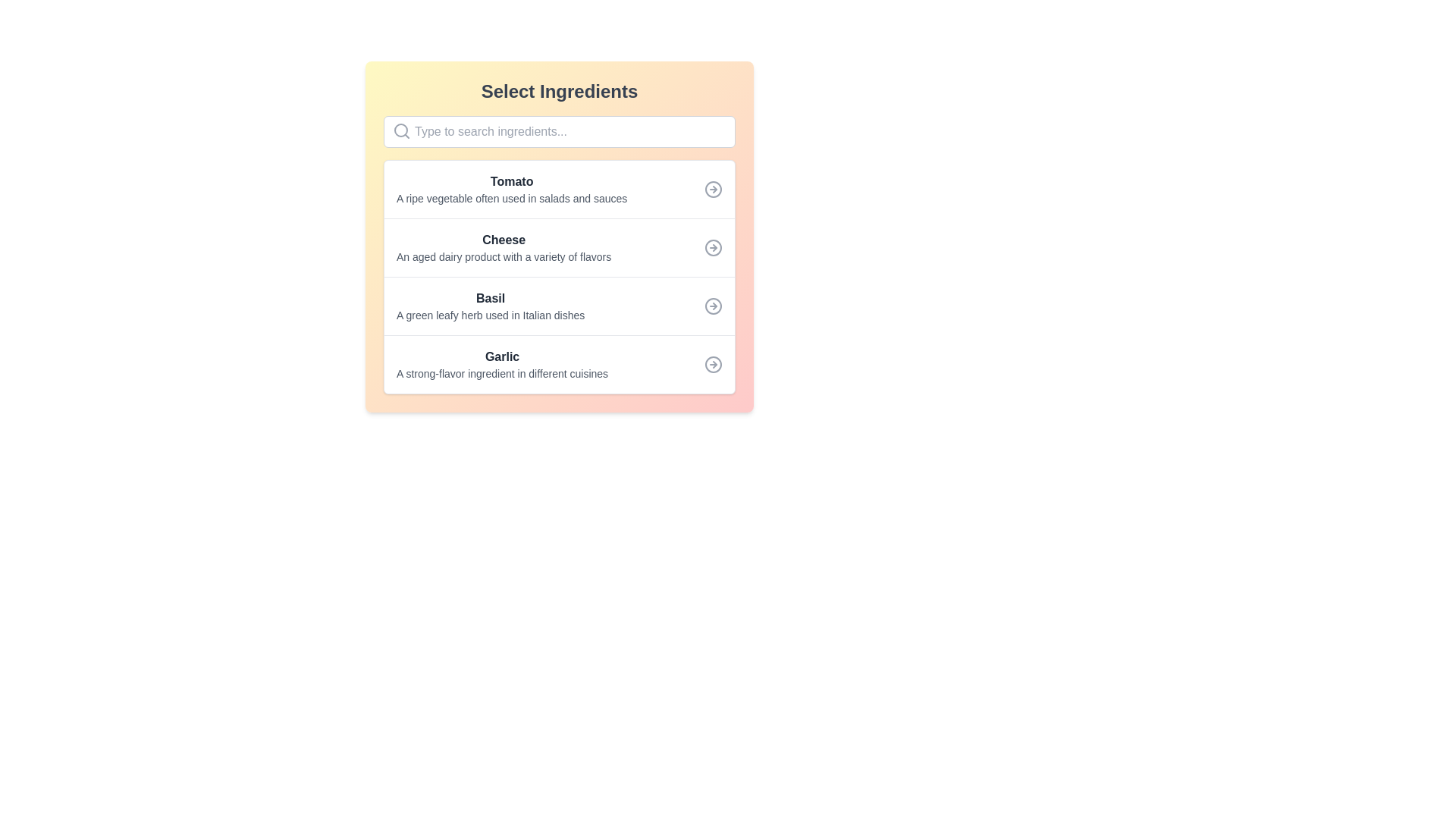 The width and height of the screenshot is (1456, 819). Describe the element at coordinates (559, 363) in the screenshot. I see `the arrow icon on the fourth list item describing 'Garlic' in the 'Select Ingredients' panel` at that location.